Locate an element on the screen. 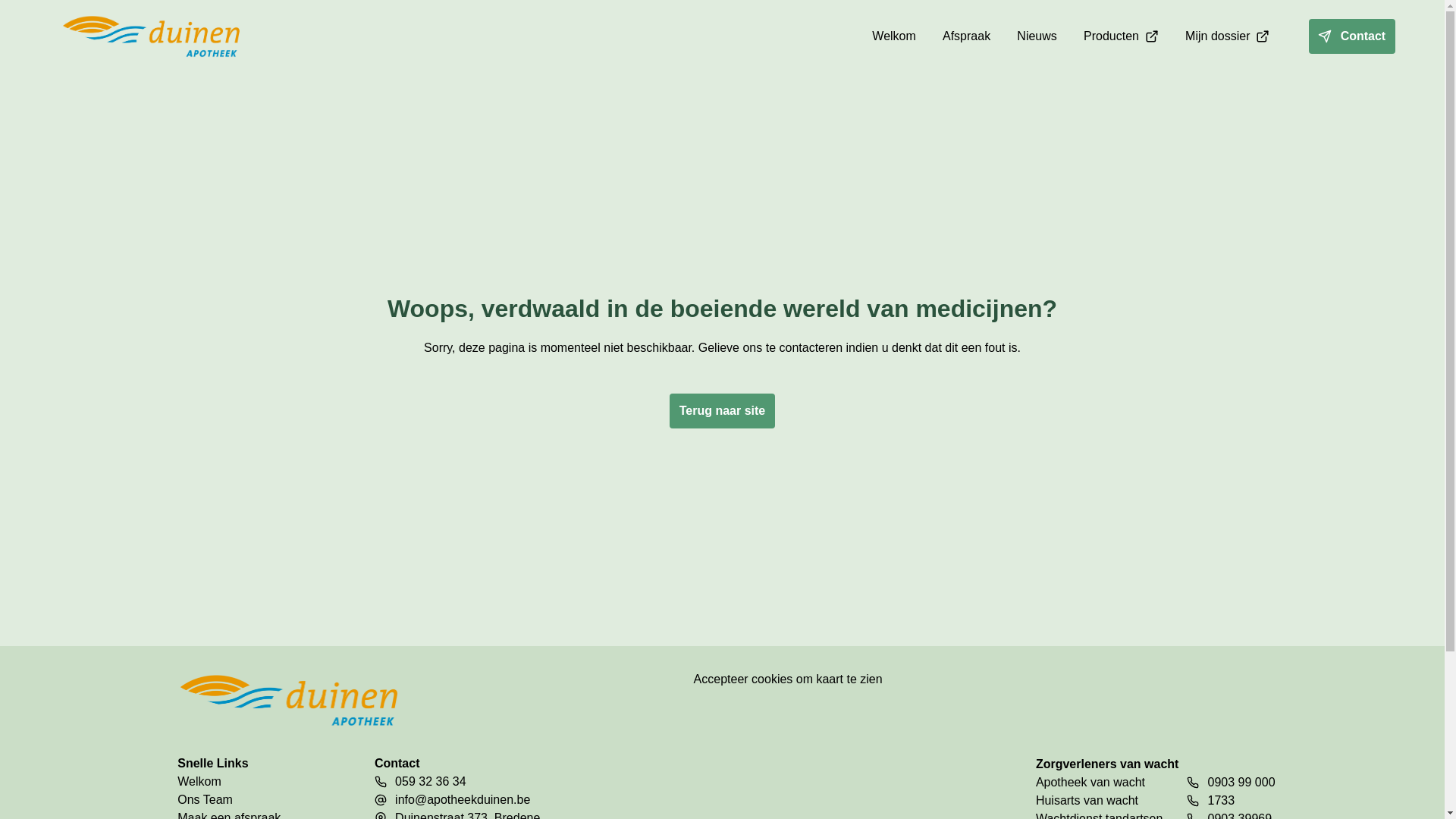 The height and width of the screenshot is (819, 1456). 'Terug naar site' is located at coordinates (721, 411).